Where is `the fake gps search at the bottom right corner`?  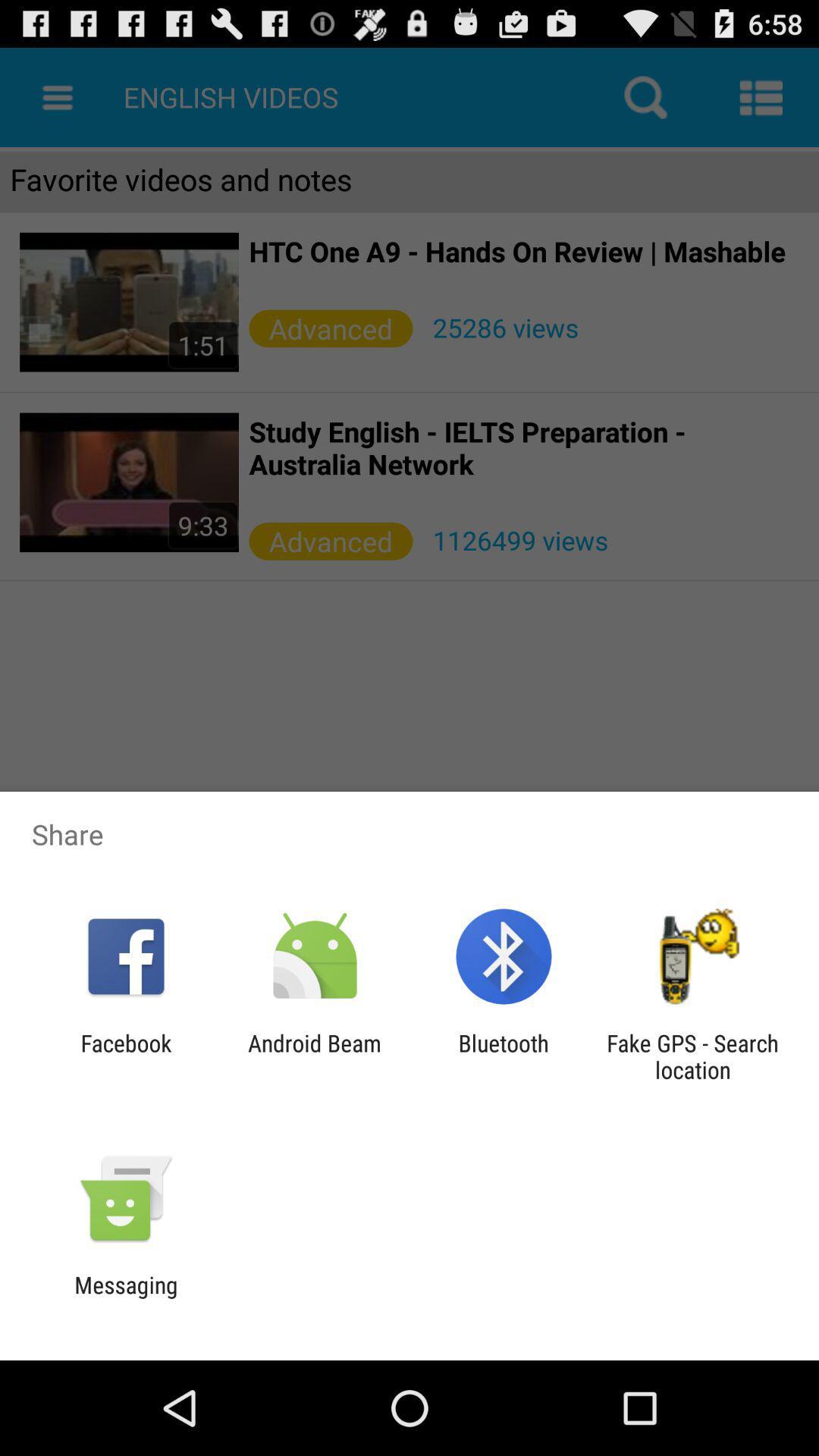 the fake gps search at the bottom right corner is located at coordinates (692, 1056).